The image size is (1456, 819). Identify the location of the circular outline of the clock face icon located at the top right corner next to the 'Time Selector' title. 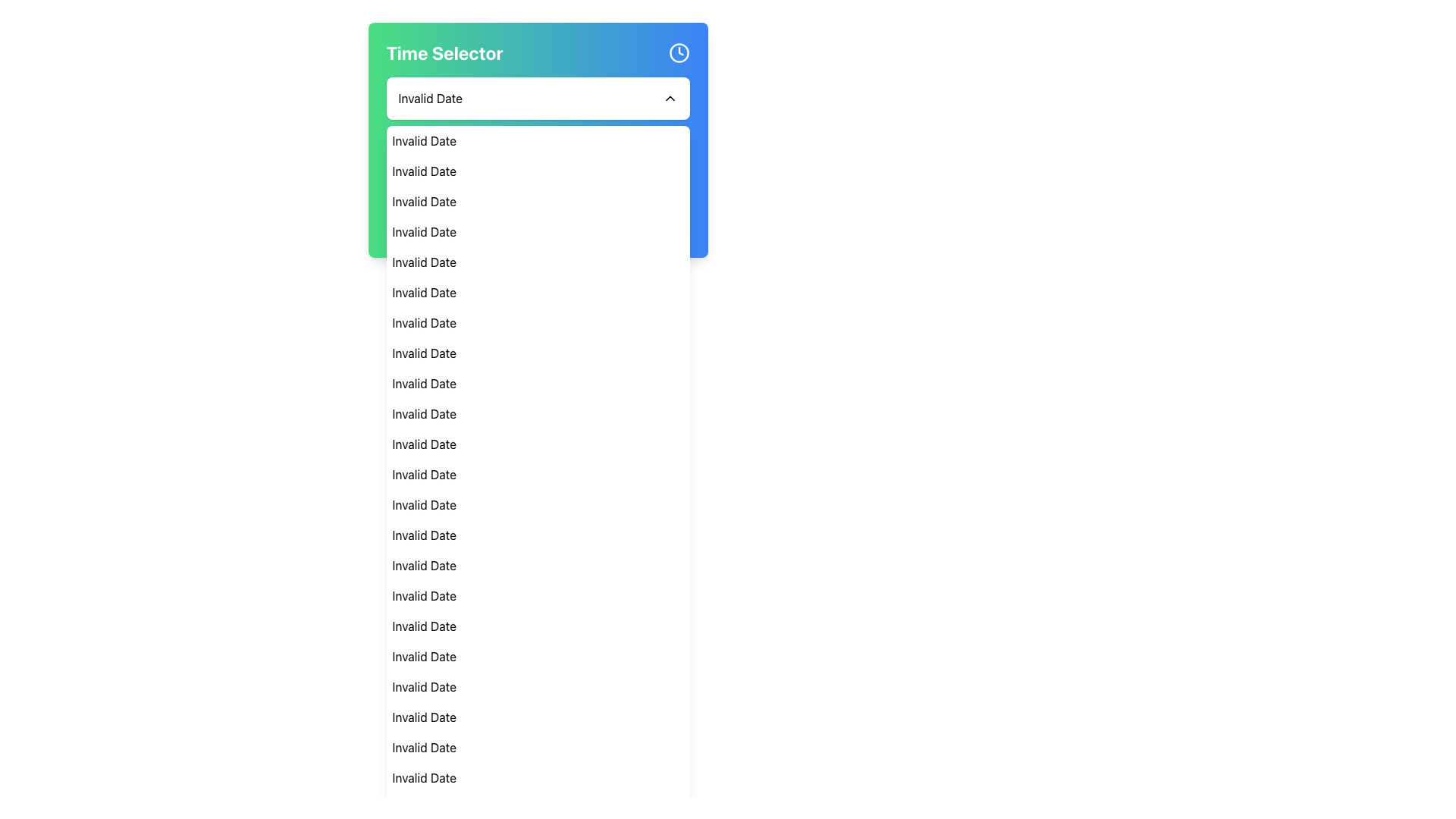
(678, 52).